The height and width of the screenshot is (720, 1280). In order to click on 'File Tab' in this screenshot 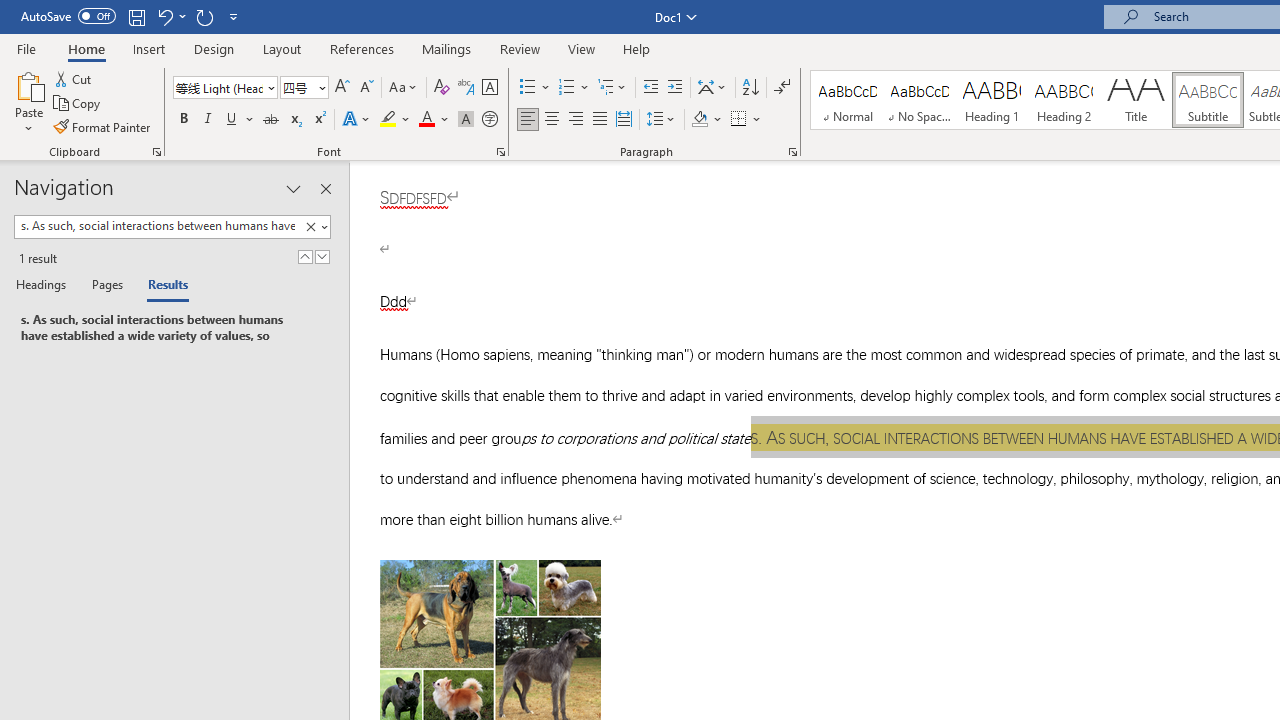, I will do `click(26, 47)`.